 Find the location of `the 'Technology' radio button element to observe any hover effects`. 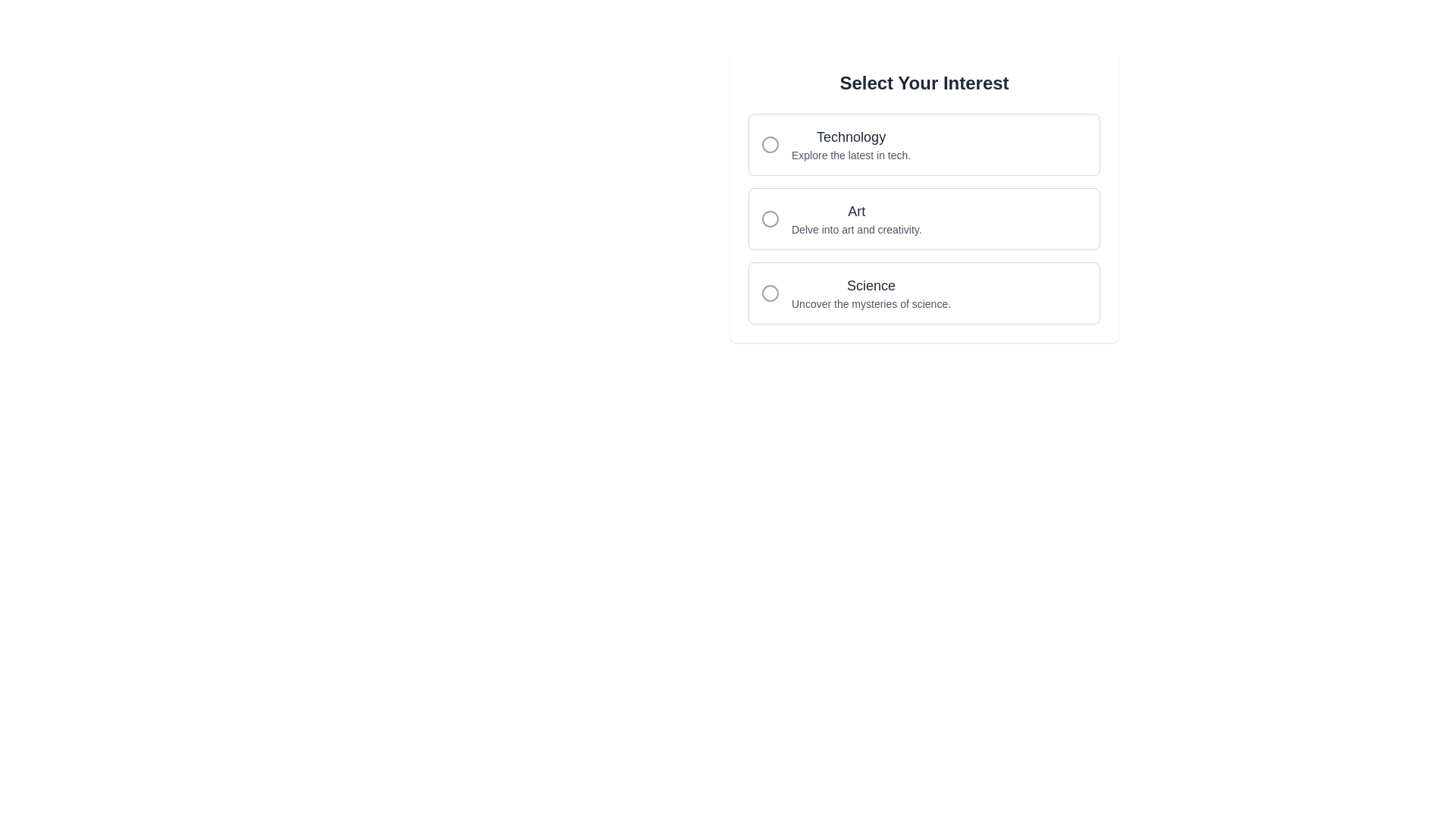

the 'Technology' radio button element to observe any hover effects is located at coordinates (924, 145).